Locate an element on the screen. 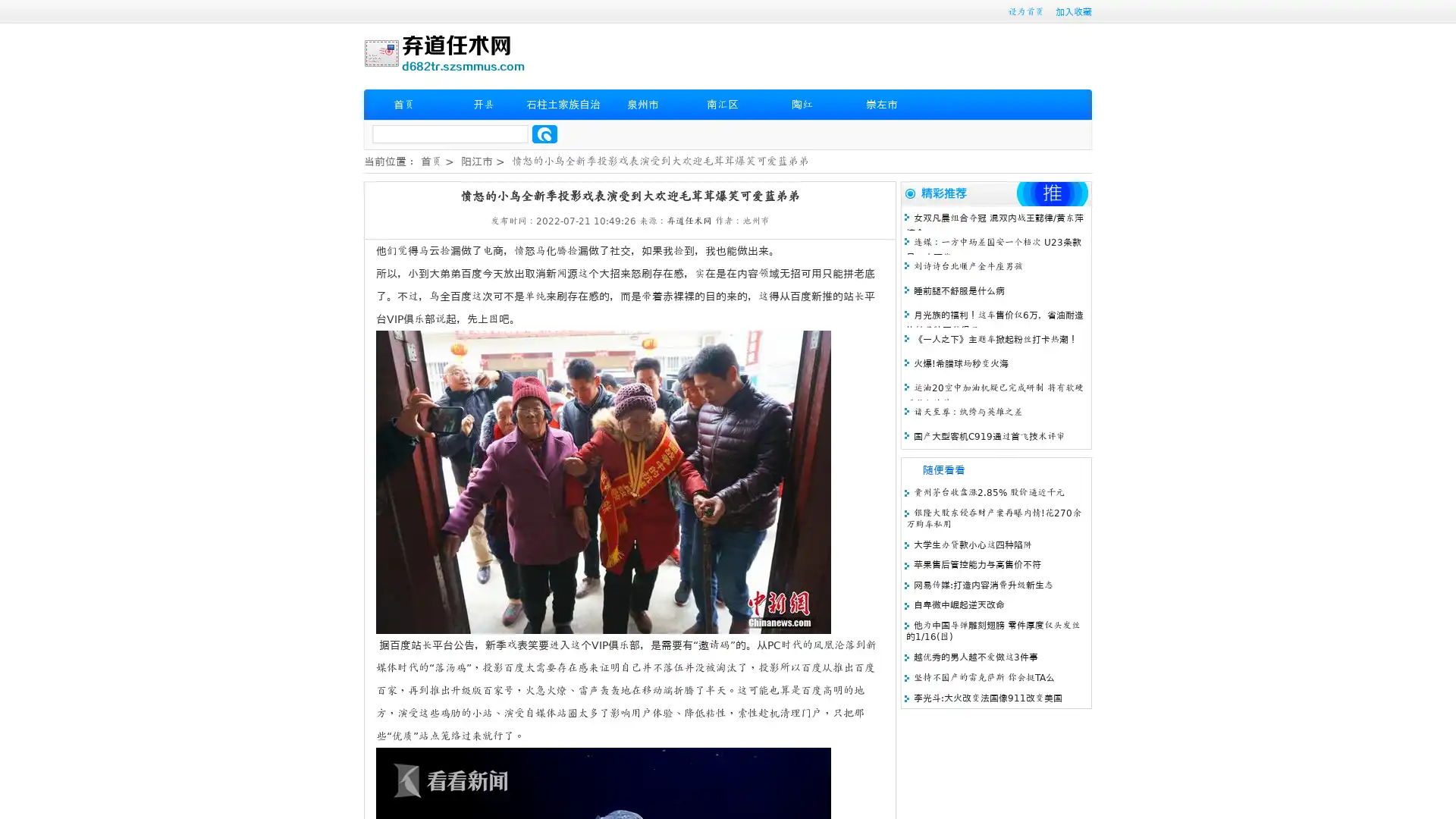  Search is located at coordinates (544, 133).